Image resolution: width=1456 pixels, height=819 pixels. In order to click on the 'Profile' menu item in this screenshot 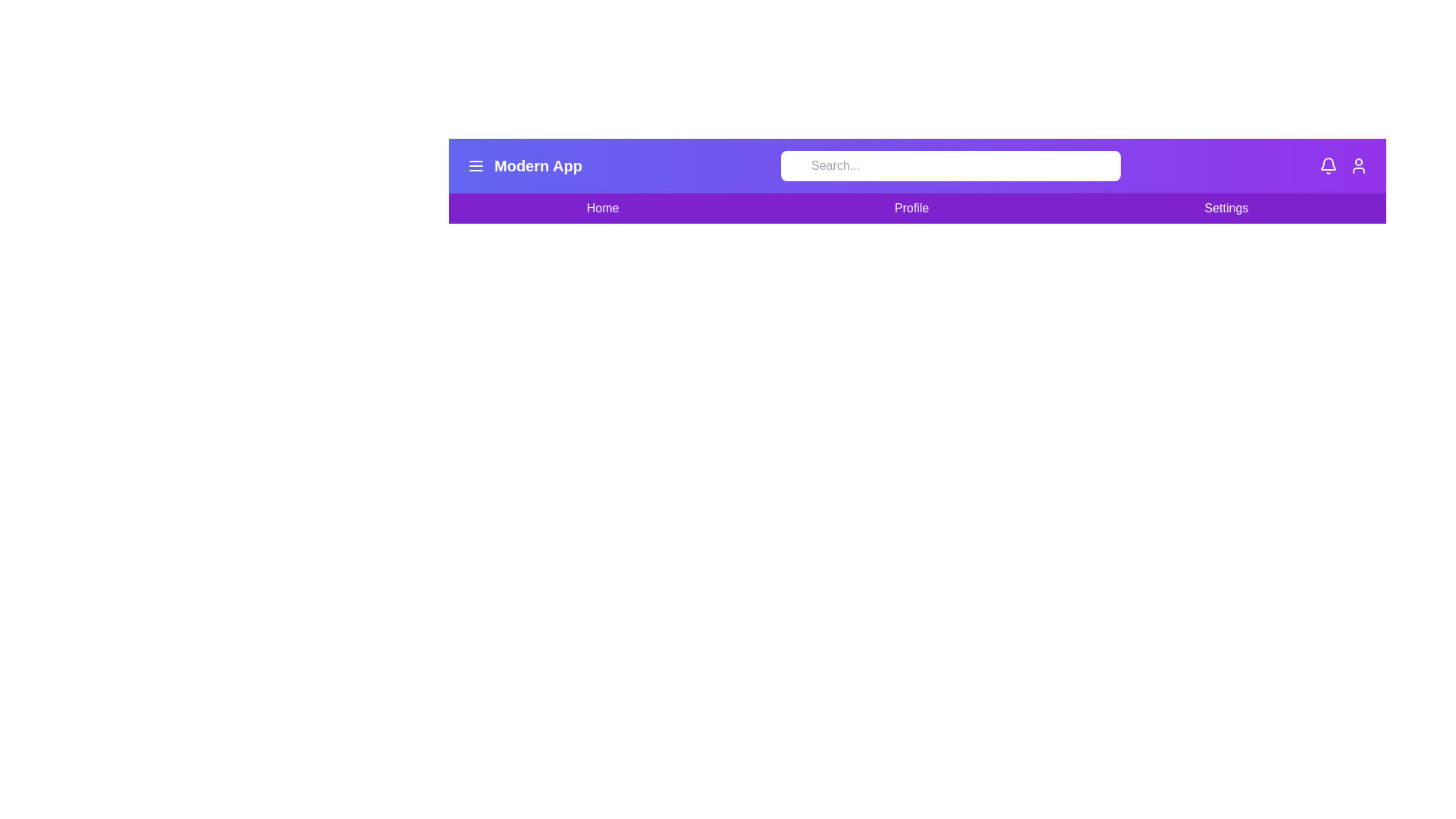, I will do `click(911, 208)`.